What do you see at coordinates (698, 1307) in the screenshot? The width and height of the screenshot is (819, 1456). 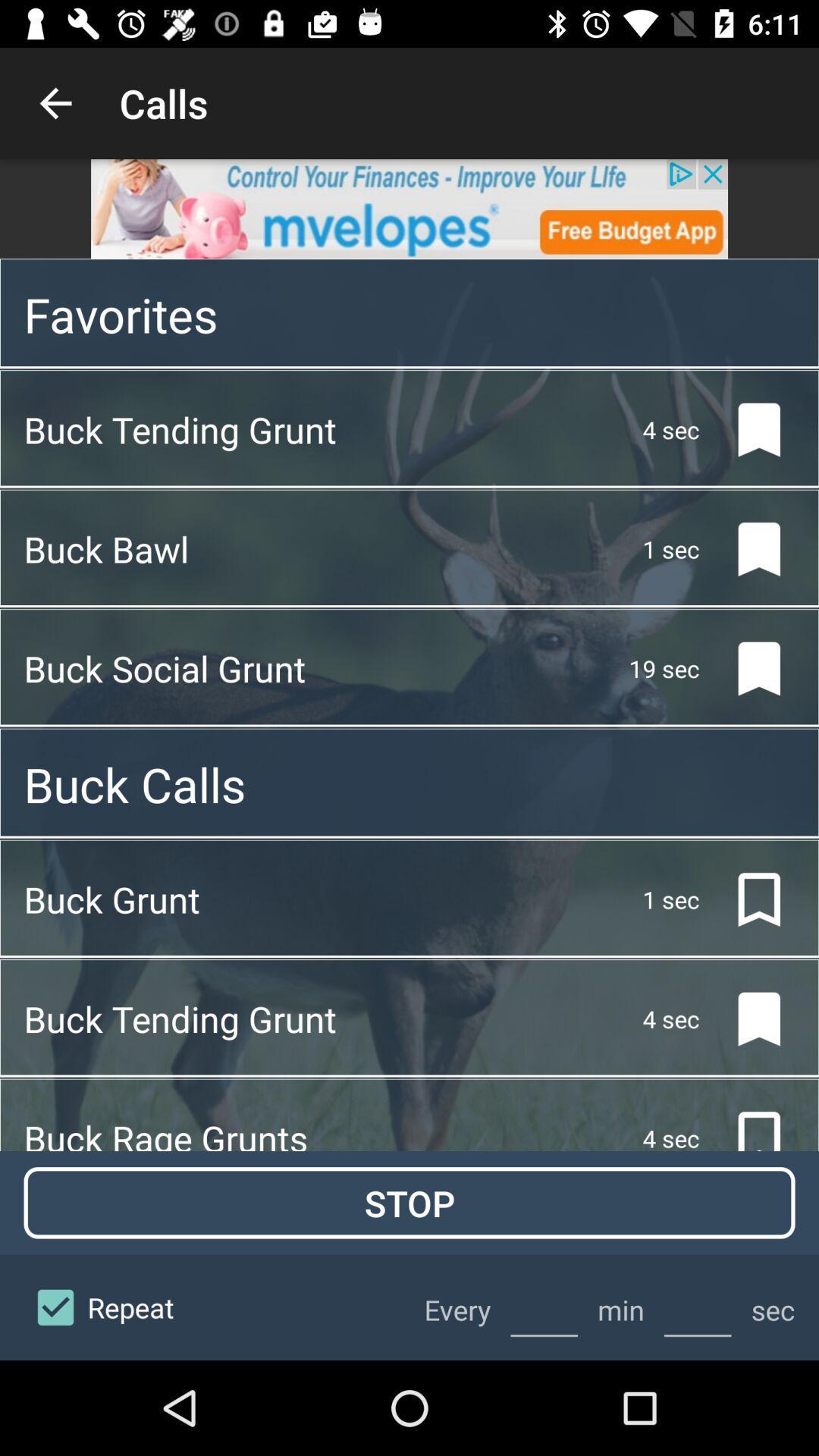 I see `set your time` at bounding box center [698, 1307].